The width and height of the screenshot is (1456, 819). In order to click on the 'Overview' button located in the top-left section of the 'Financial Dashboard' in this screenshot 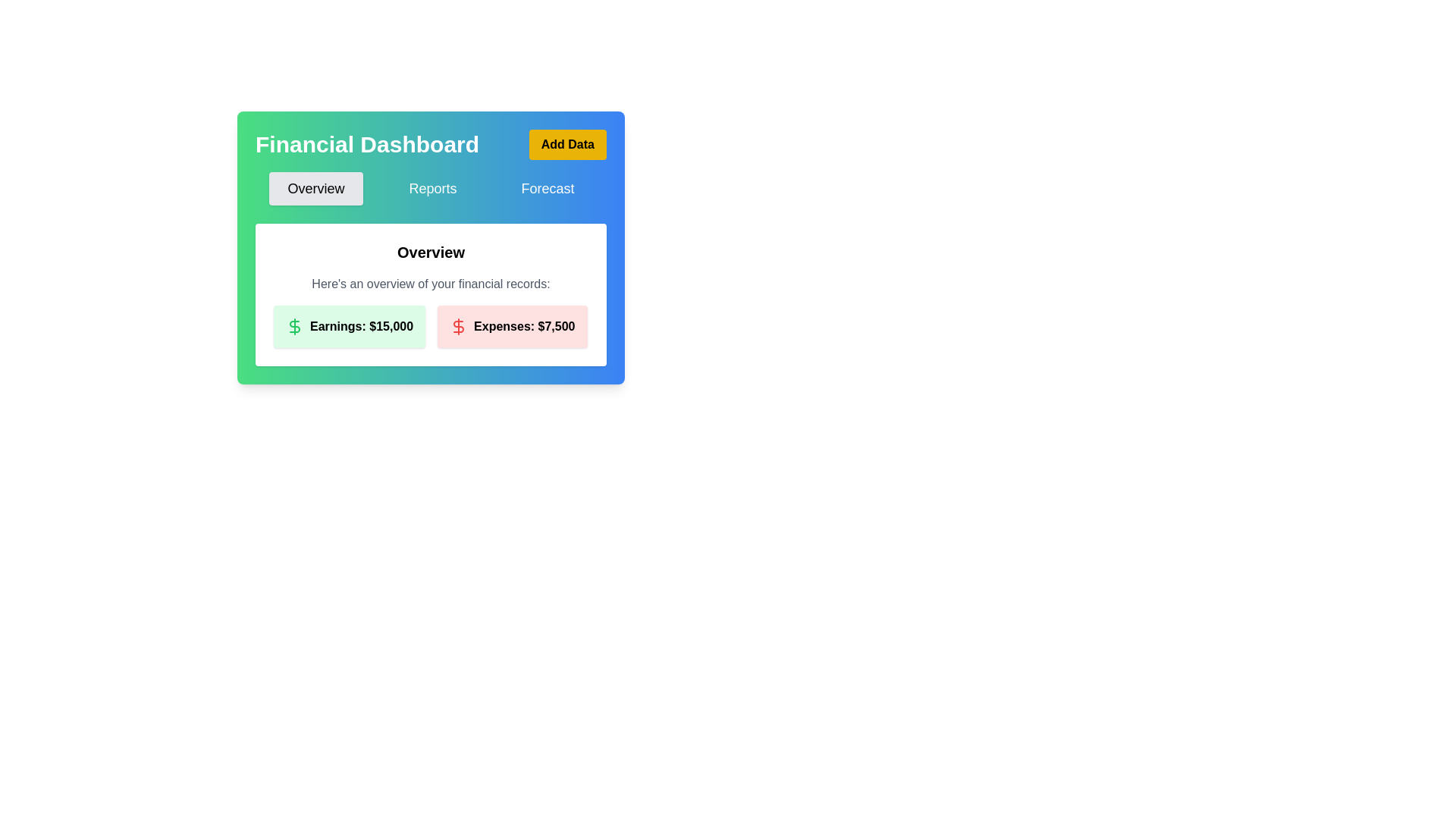, I will do `click(315, 188)`.